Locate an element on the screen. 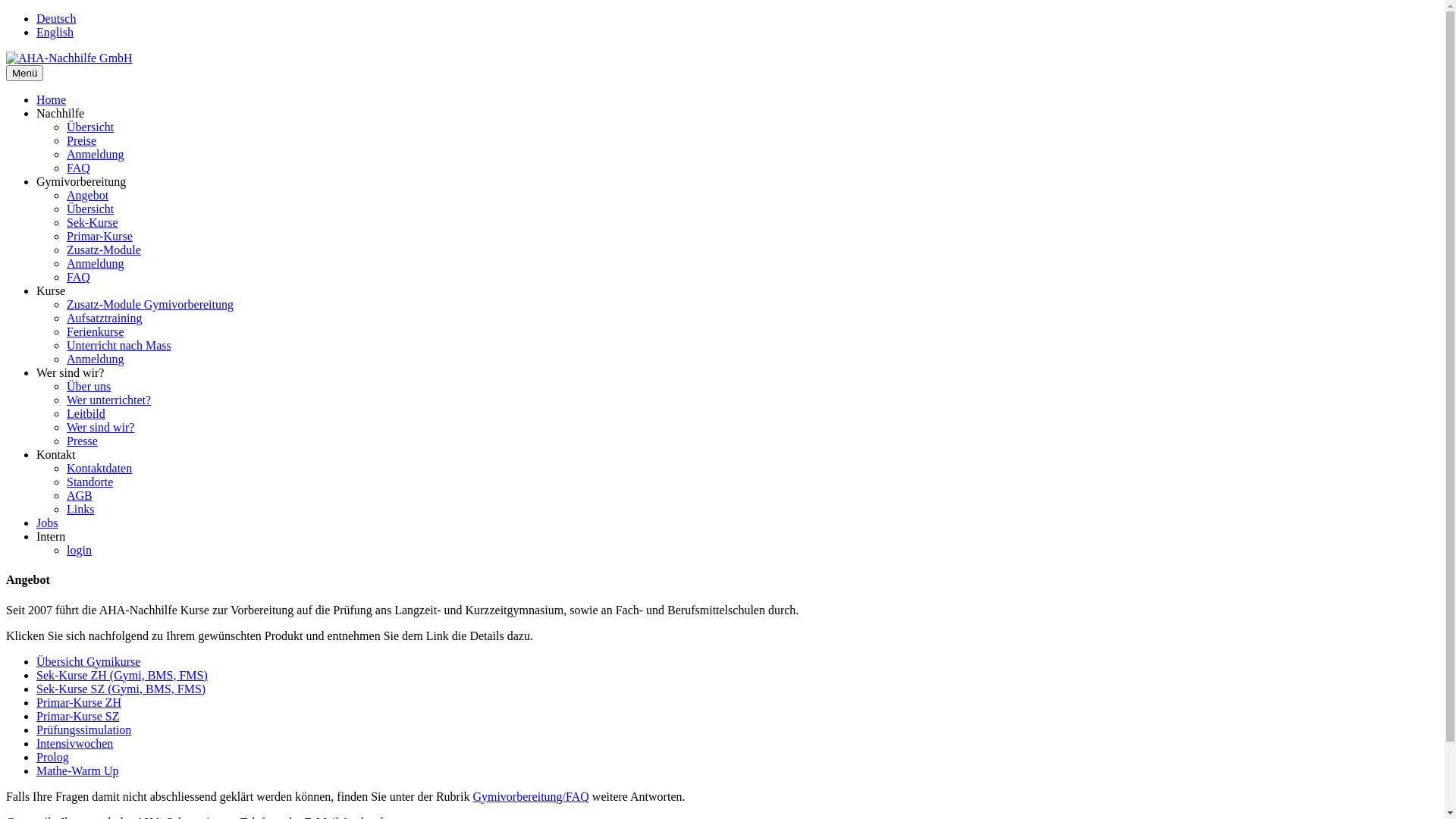 This screenshot has height=819, width=1456. 'Sek-Kurse SZ (Gymi, BMS, FMS)' is located at coordinates (120, 689).